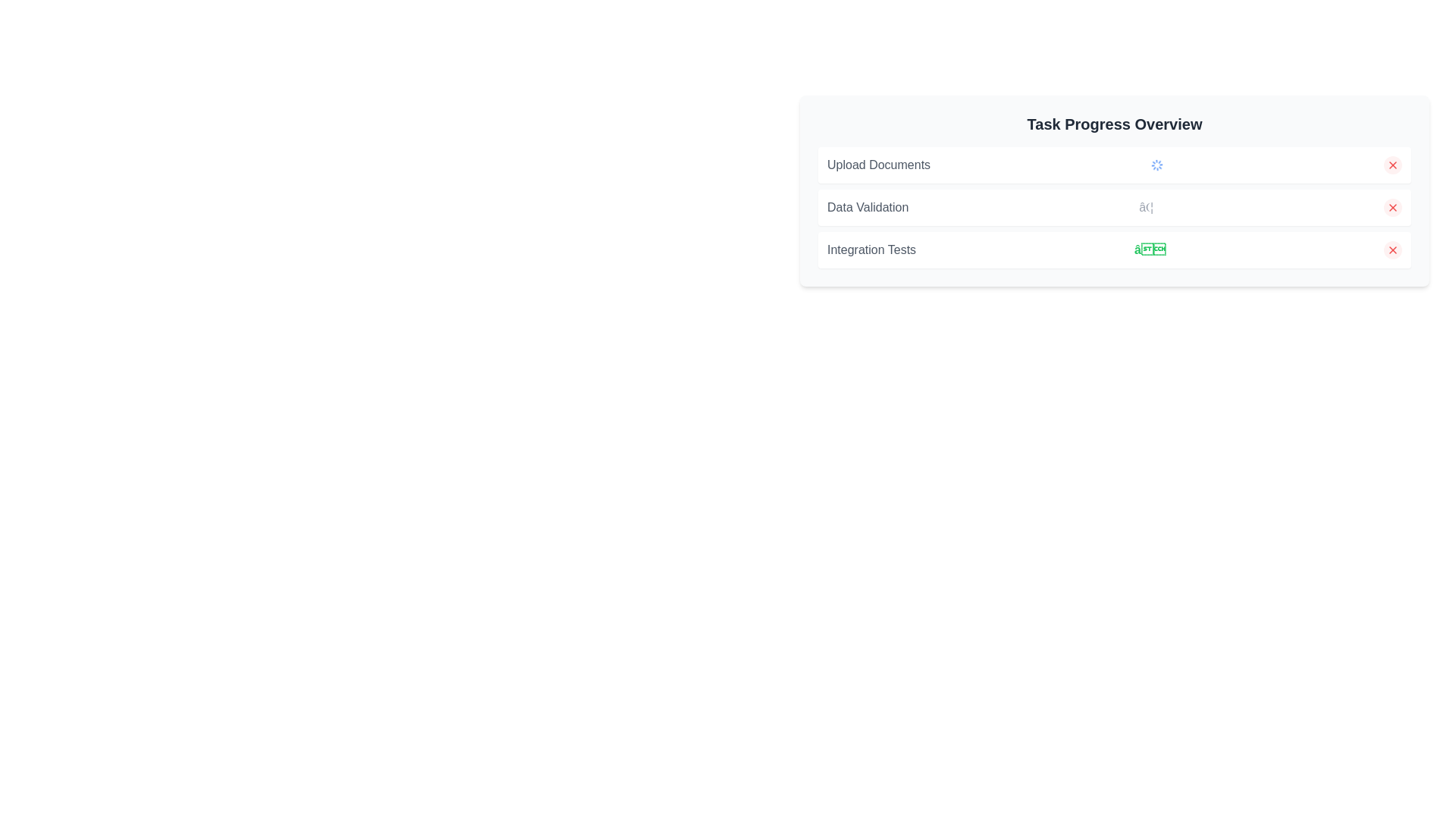 The width and height of the screenshot is (1456, 819). I want to click on the small red cross icon with a line style design located in the top-right corner of the 'Task Progress Overview' panel, corresponding, so click(1393, 249).